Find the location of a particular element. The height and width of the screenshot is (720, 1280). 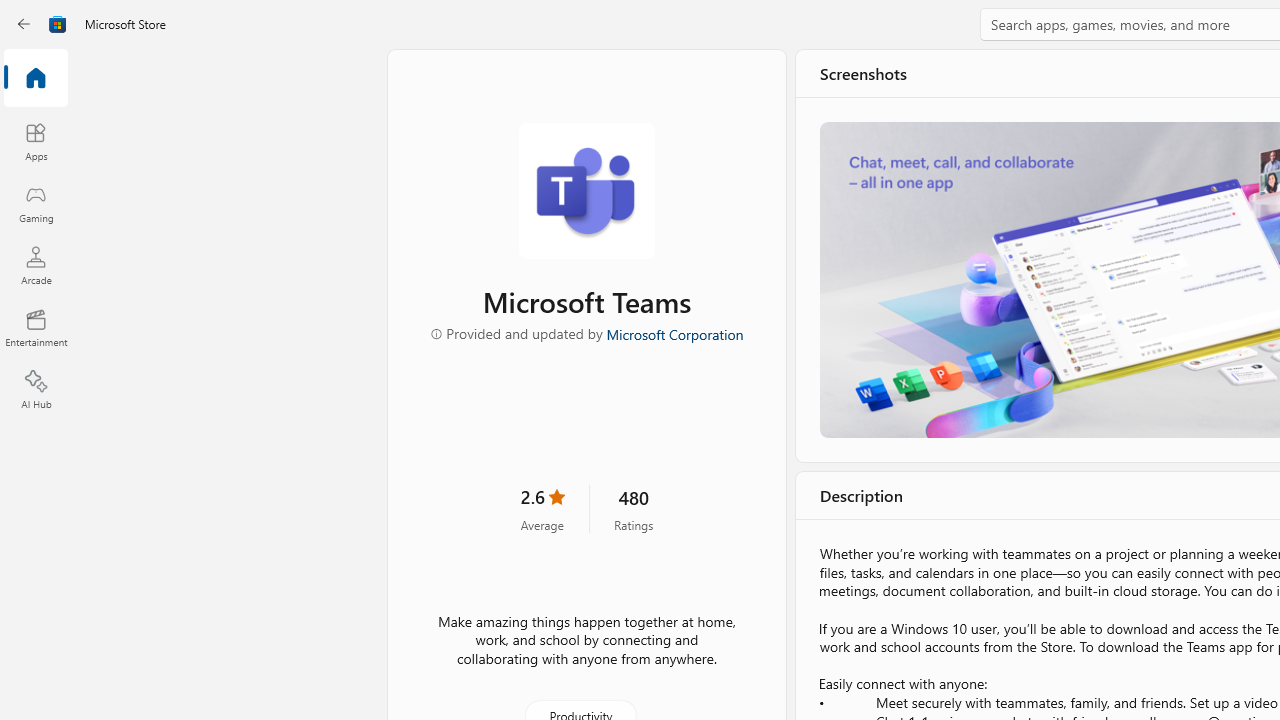

'2.6 stars. Click to skip to ratings and reviews' is located at coordinates (542, 506).